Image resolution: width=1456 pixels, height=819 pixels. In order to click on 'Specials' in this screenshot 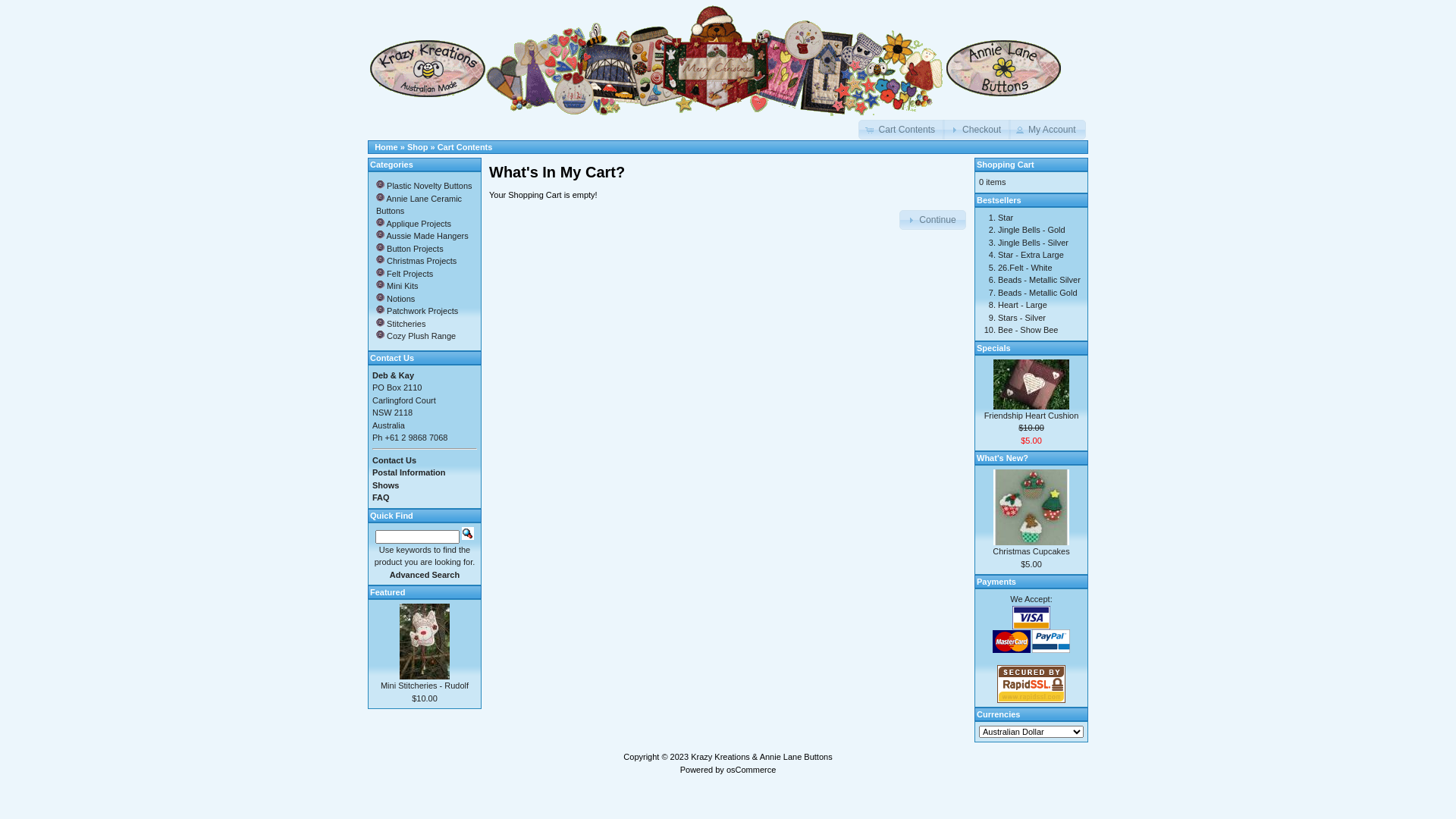, I will do `click(976, 347)`.